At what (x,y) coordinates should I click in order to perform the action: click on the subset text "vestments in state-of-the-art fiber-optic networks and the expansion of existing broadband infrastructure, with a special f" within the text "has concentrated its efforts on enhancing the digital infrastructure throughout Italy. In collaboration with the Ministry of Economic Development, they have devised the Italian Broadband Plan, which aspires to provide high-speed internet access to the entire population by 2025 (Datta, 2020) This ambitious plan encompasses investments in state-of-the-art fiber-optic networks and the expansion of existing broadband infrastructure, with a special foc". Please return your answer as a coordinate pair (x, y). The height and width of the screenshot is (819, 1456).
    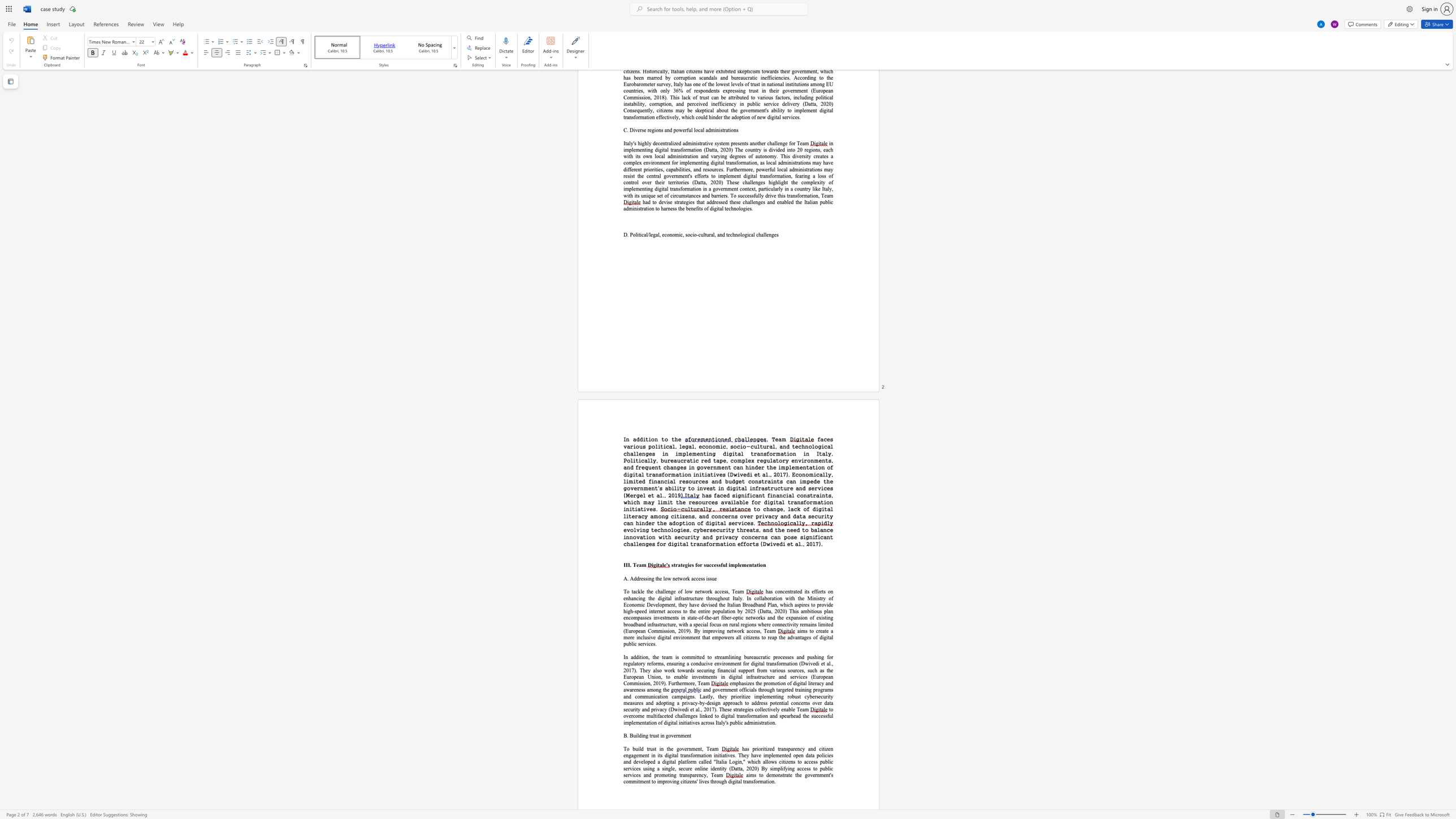
    Looking at the image, I should click on (657, 617).